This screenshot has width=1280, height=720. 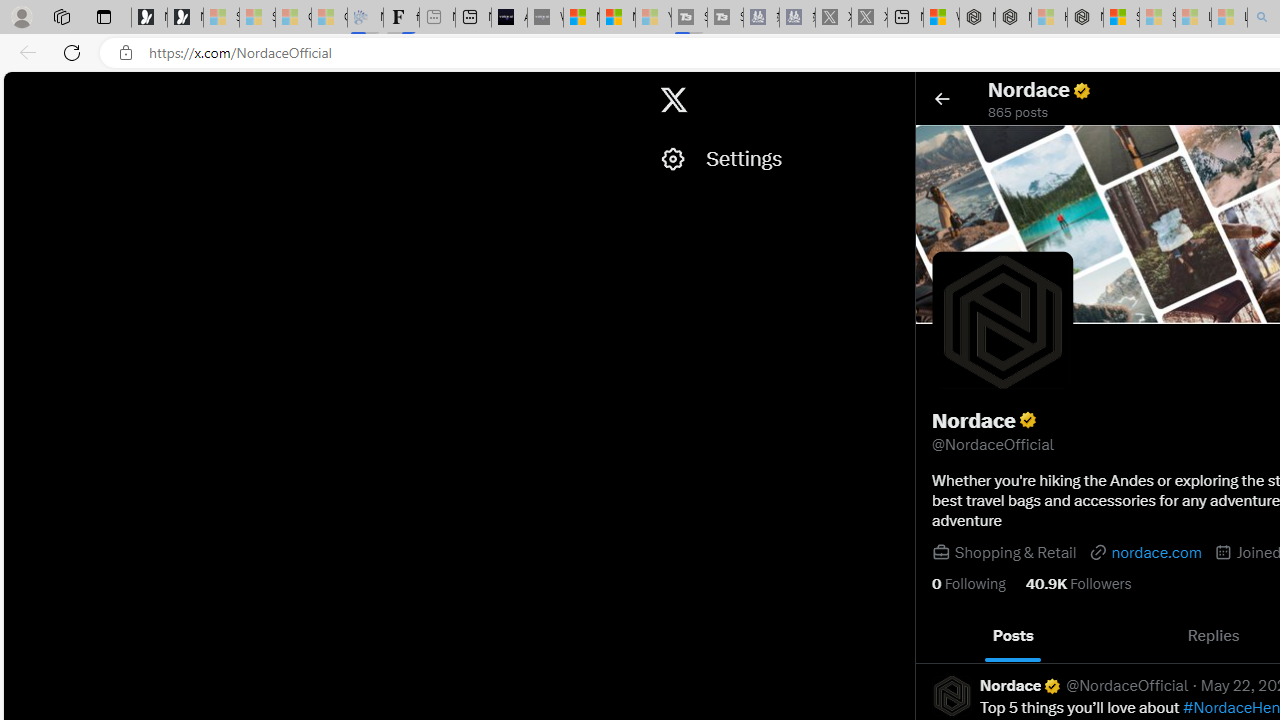 I want to click on 'What', so click(x=545, y=17).